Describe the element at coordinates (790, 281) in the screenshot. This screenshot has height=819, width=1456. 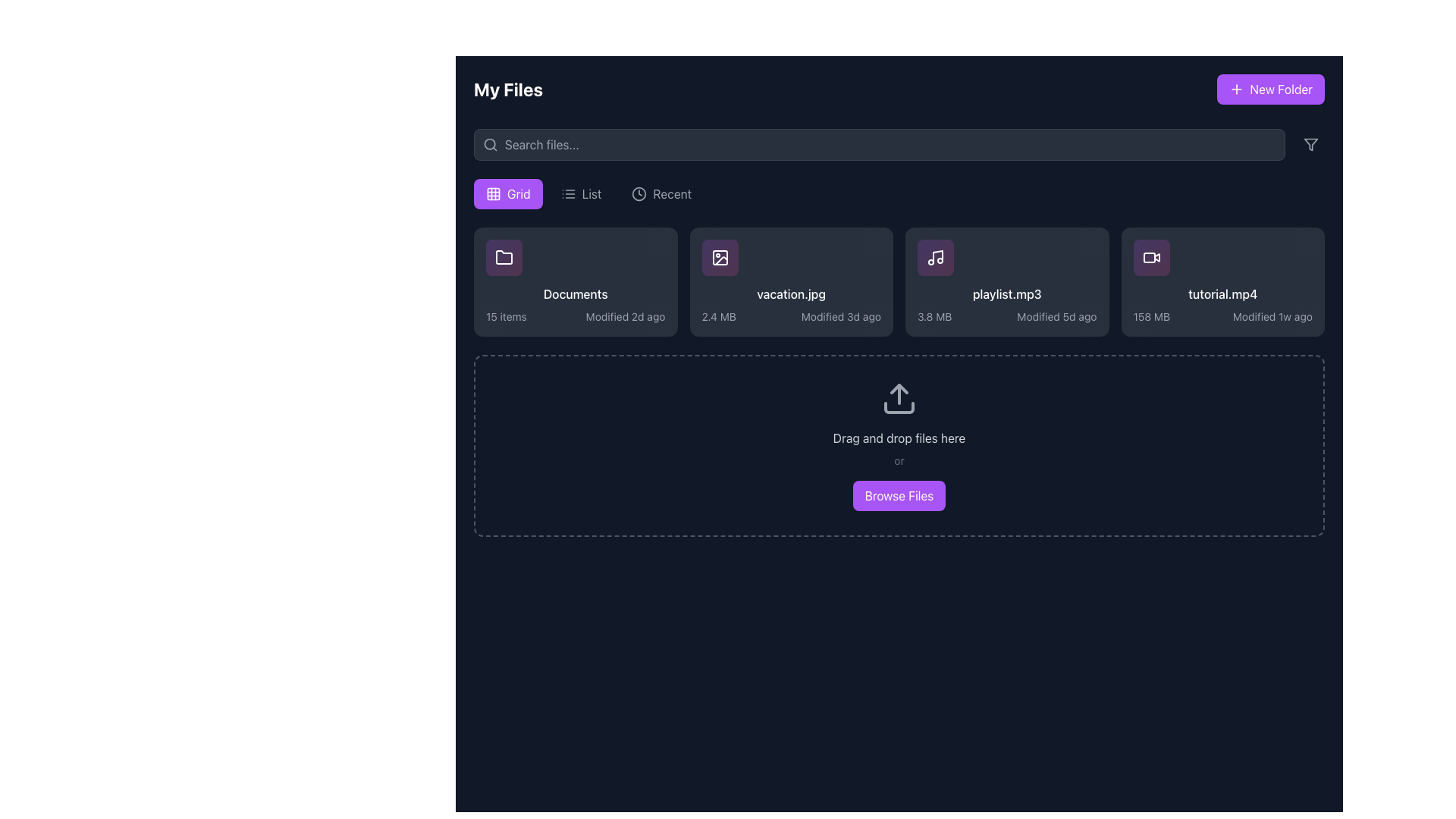
I see `the circular share button with a semi-transparent white background located above the title of the file 'vacation.jpg' in the middle row of the file grid to share the file` at that location.